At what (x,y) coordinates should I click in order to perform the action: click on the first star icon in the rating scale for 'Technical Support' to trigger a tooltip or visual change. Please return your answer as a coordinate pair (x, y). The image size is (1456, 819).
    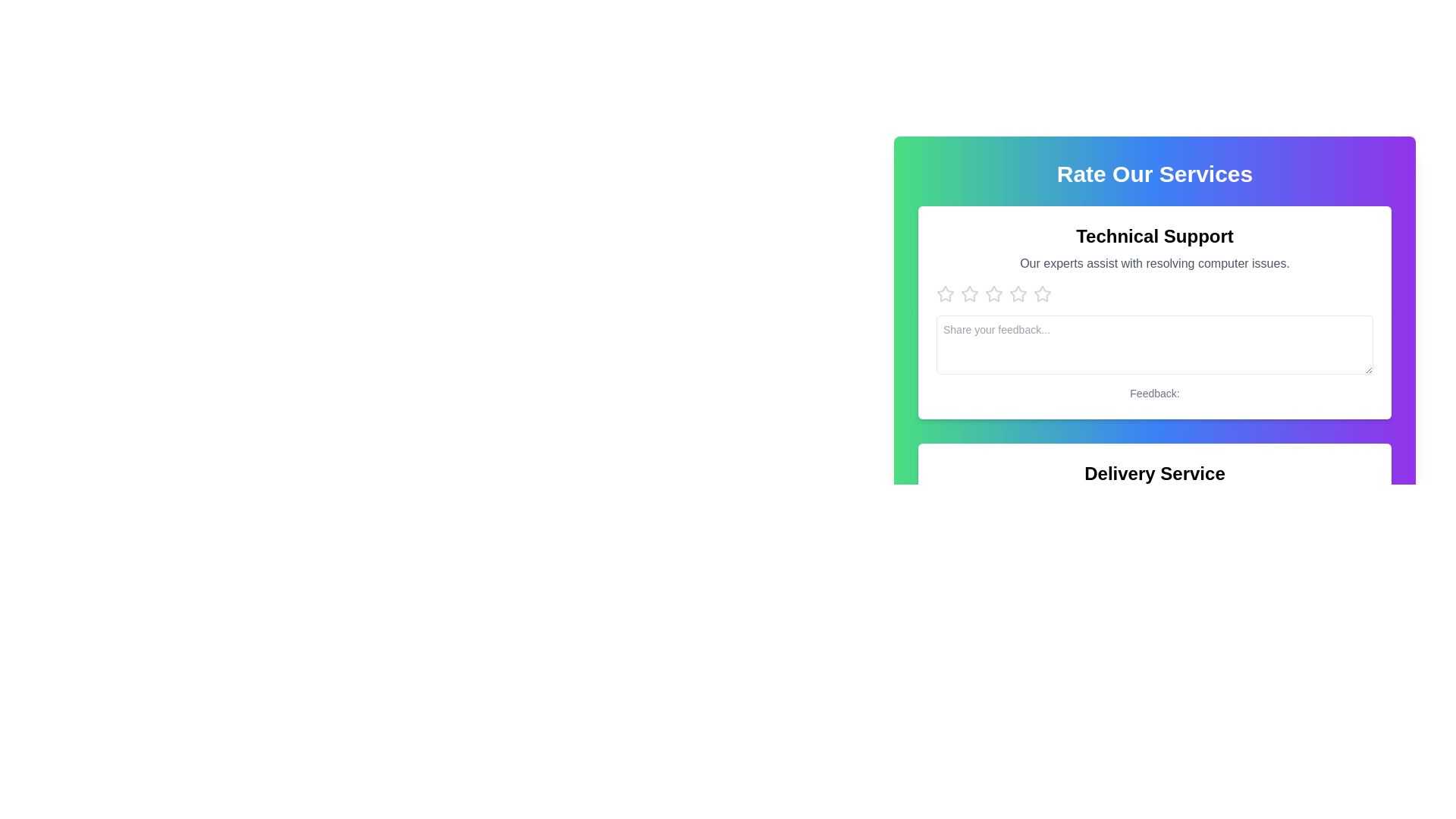
    Looking at the image, I should click on (945, 293).